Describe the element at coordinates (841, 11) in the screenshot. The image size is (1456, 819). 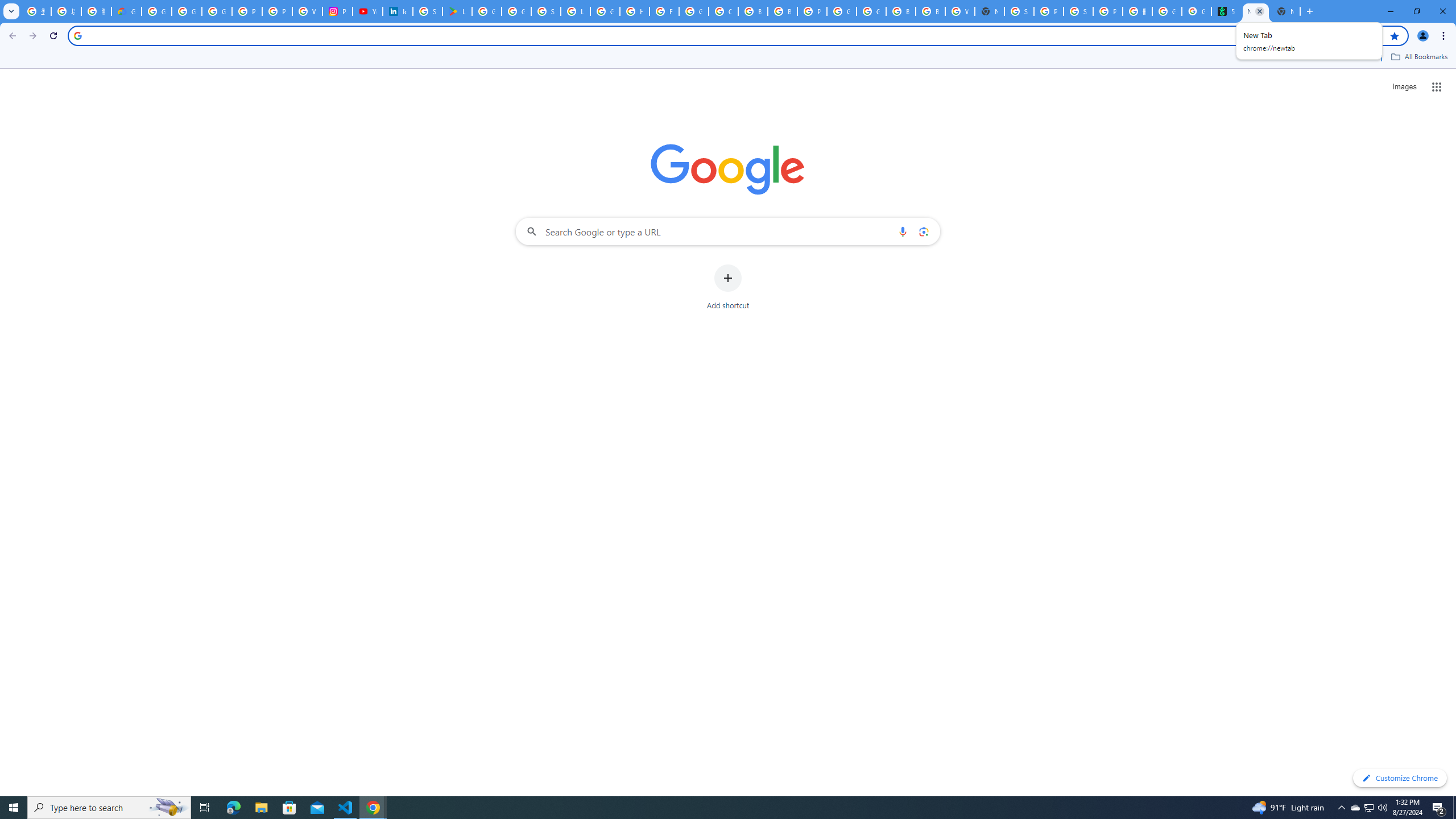
I see `'Google Cloud Platform'` at that location.